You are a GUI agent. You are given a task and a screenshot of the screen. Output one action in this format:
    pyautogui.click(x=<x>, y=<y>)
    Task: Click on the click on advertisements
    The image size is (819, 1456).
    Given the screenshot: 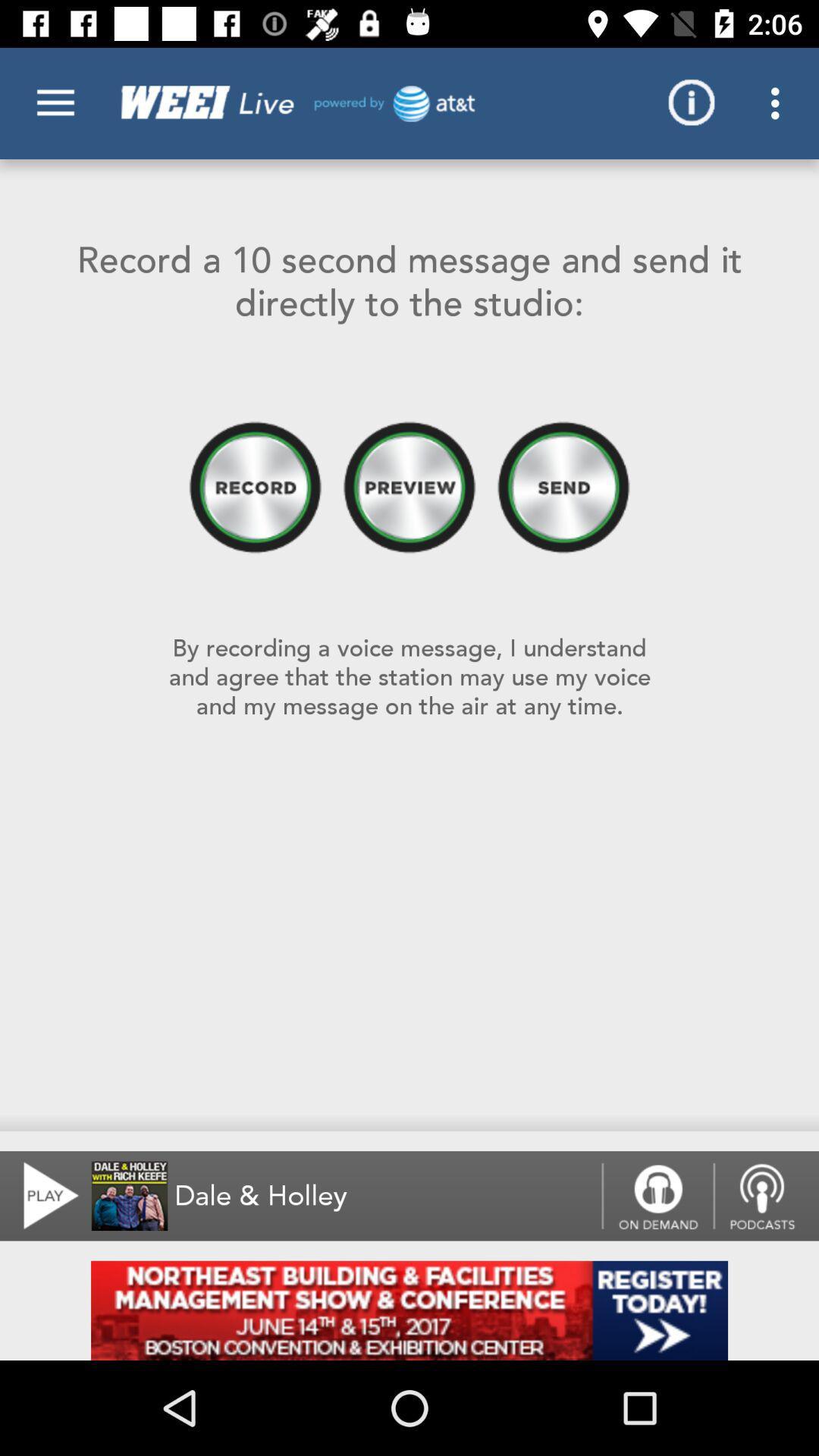 What is the action you would take?
    pyautogui.click(x=409, y=1310)
    